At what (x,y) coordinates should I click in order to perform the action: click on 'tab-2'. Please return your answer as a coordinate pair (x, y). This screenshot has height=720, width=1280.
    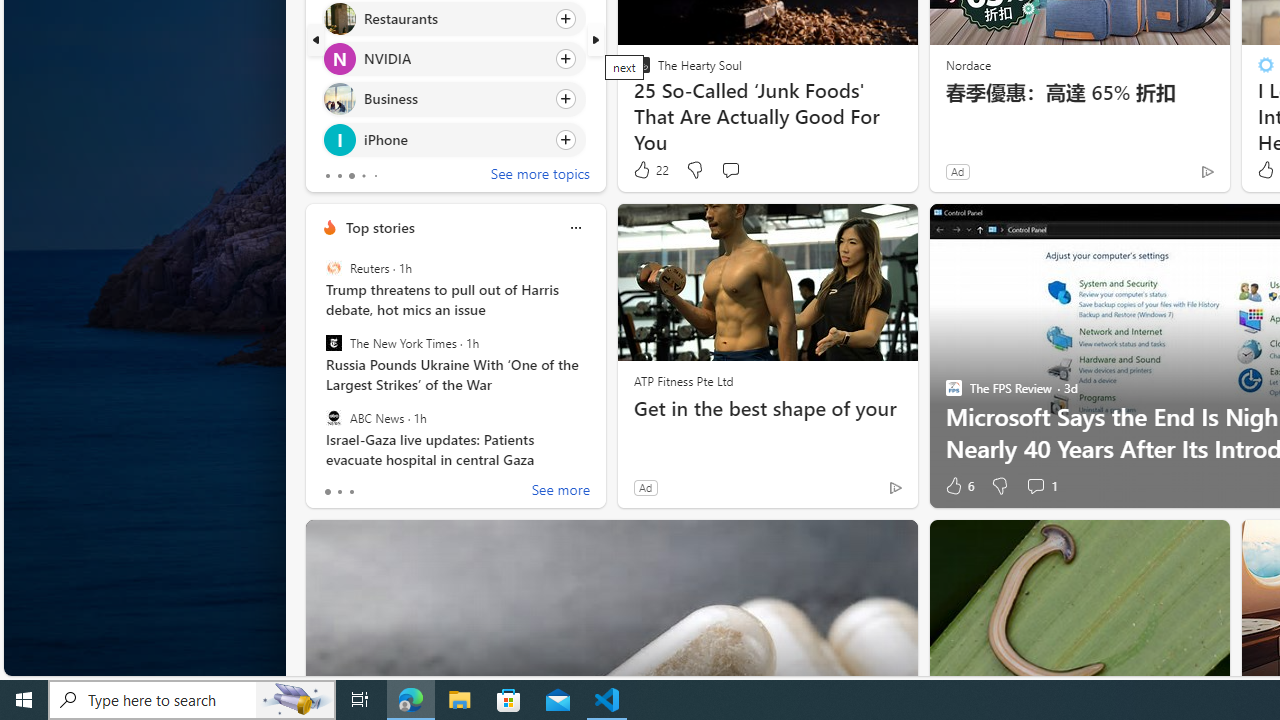
    Looking at the image, I should click on (352, 492).